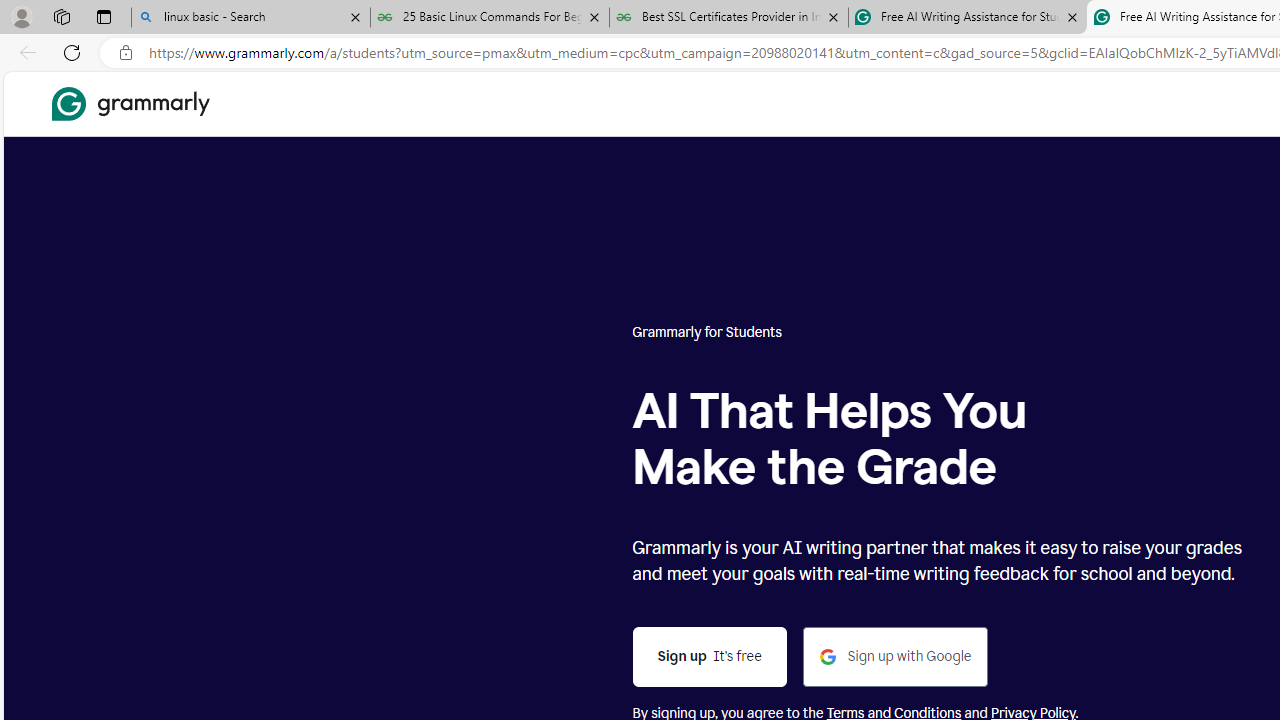  Describe the element at coordinates (728, 17) in the screenshot. I see `'Best SSL Certificates Provider in India - GeeksforGeeks'` at that location.